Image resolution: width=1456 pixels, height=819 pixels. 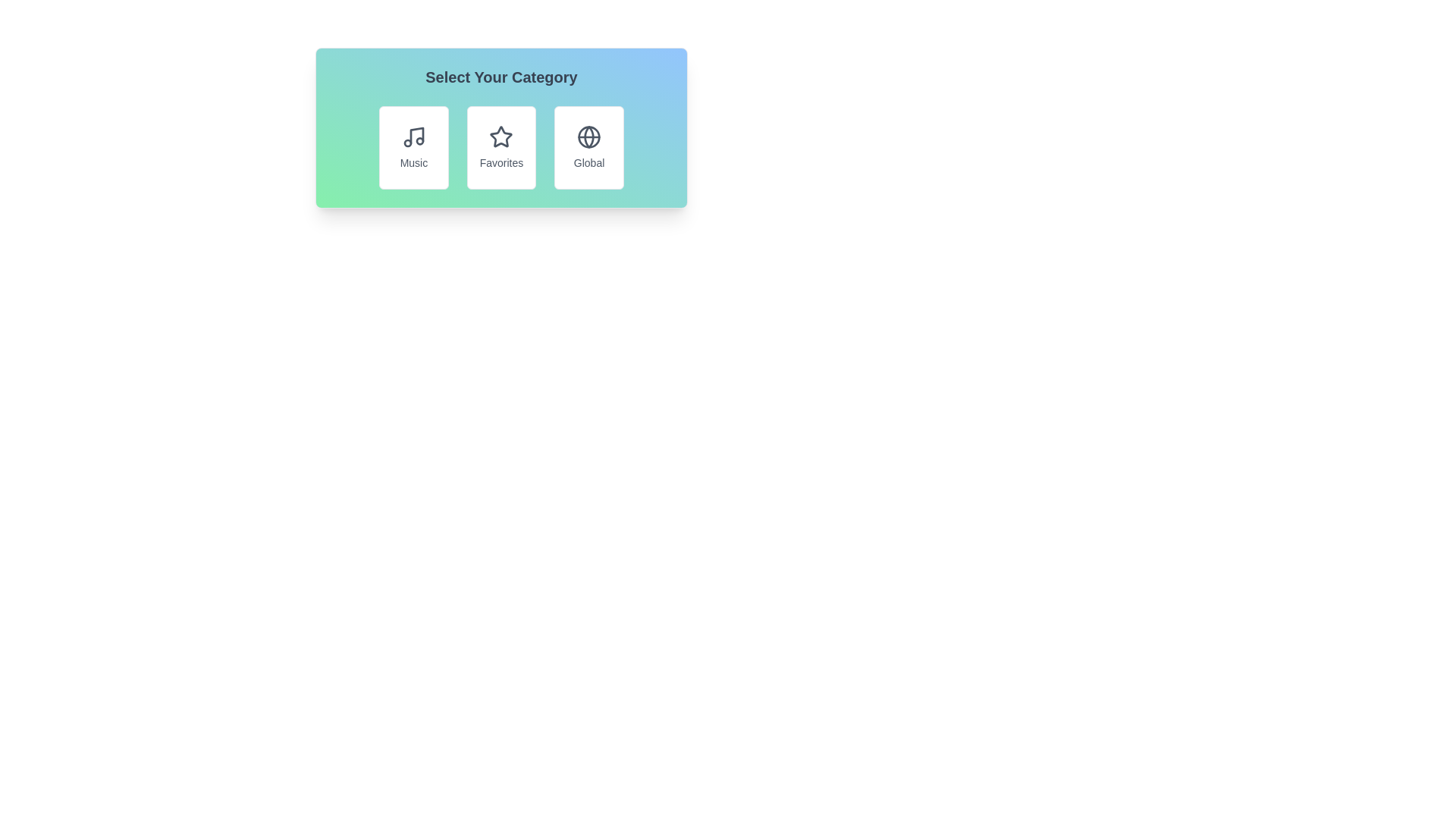 I want to click on the interactive card with a star icon and 'Favorites' text in the second column of the grid layout, so click(x=501, y=148).